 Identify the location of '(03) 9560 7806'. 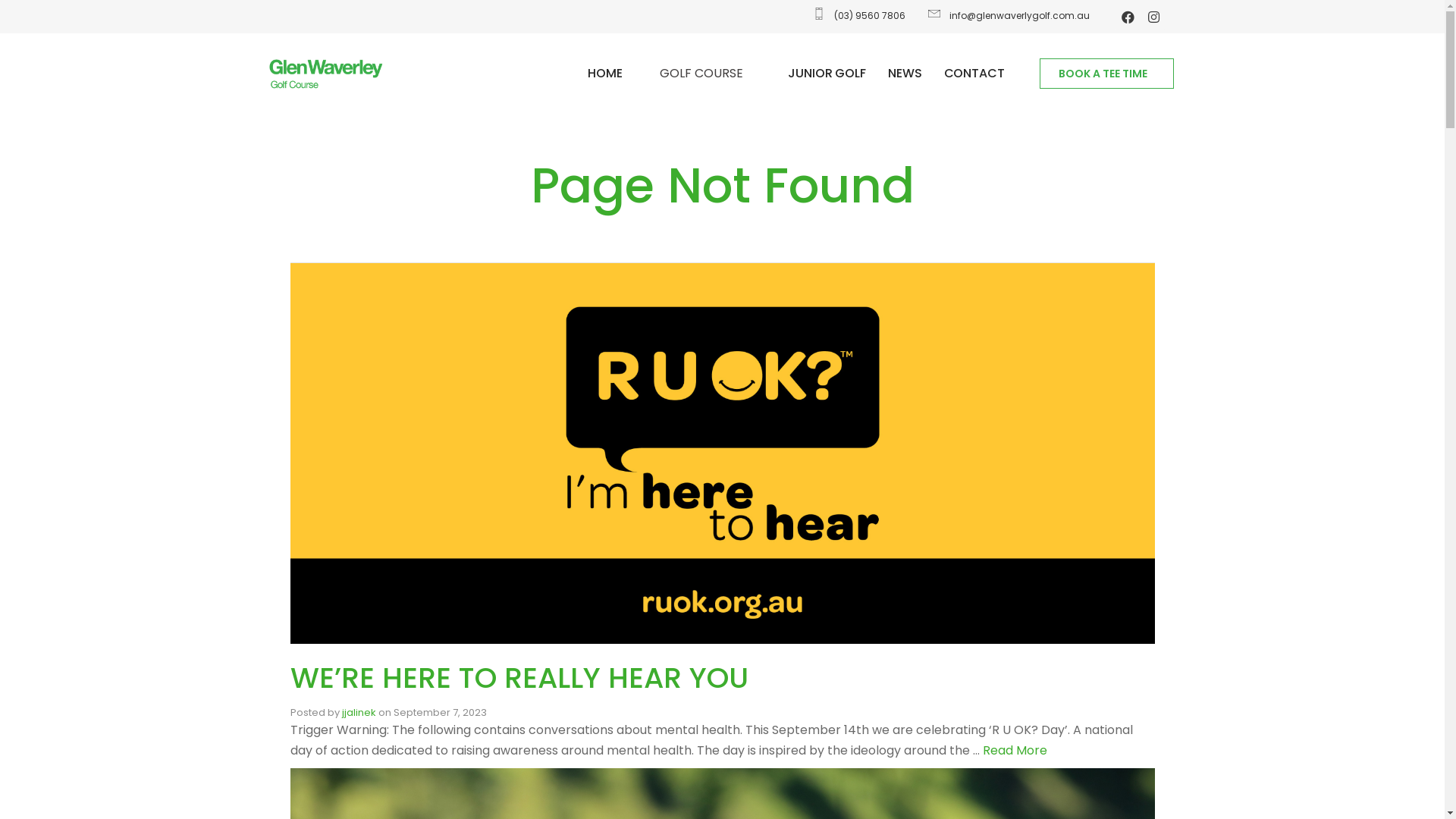
(809, 15).